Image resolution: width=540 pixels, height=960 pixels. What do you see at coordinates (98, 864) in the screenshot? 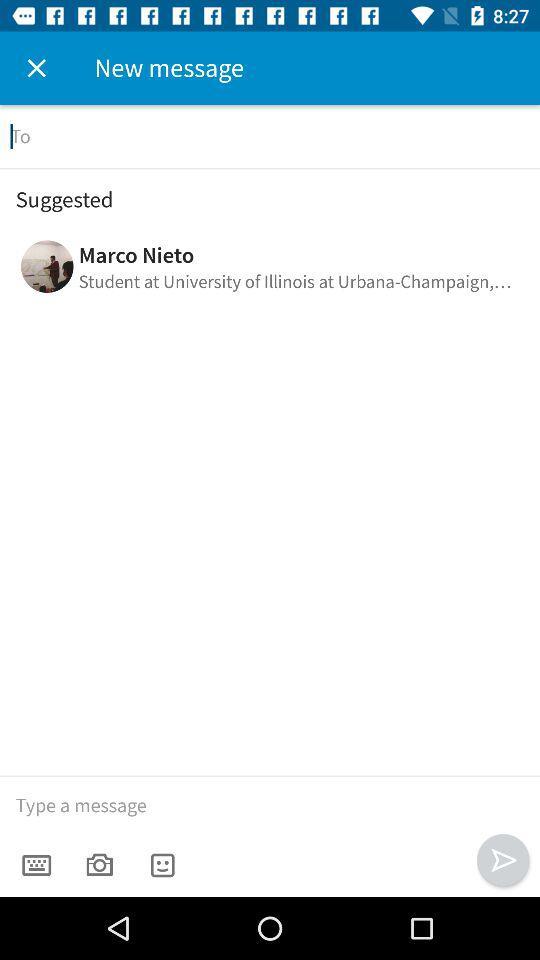
I see `the photo icon` at bounding box center [98, 864].